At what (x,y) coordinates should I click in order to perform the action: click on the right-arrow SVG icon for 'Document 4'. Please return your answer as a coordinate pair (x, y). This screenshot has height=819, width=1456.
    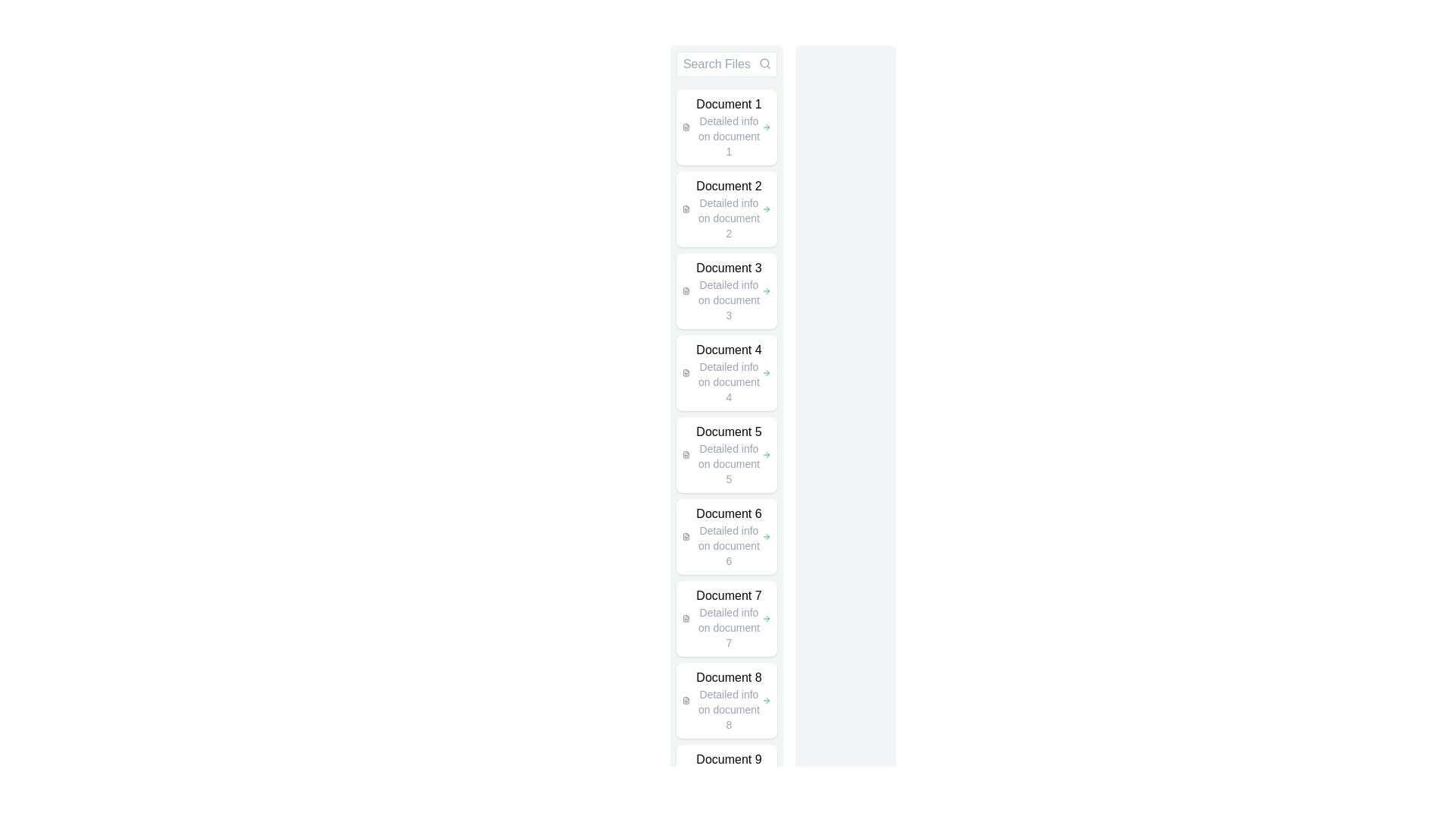
    Looking at the image, I should click on (767, 373).